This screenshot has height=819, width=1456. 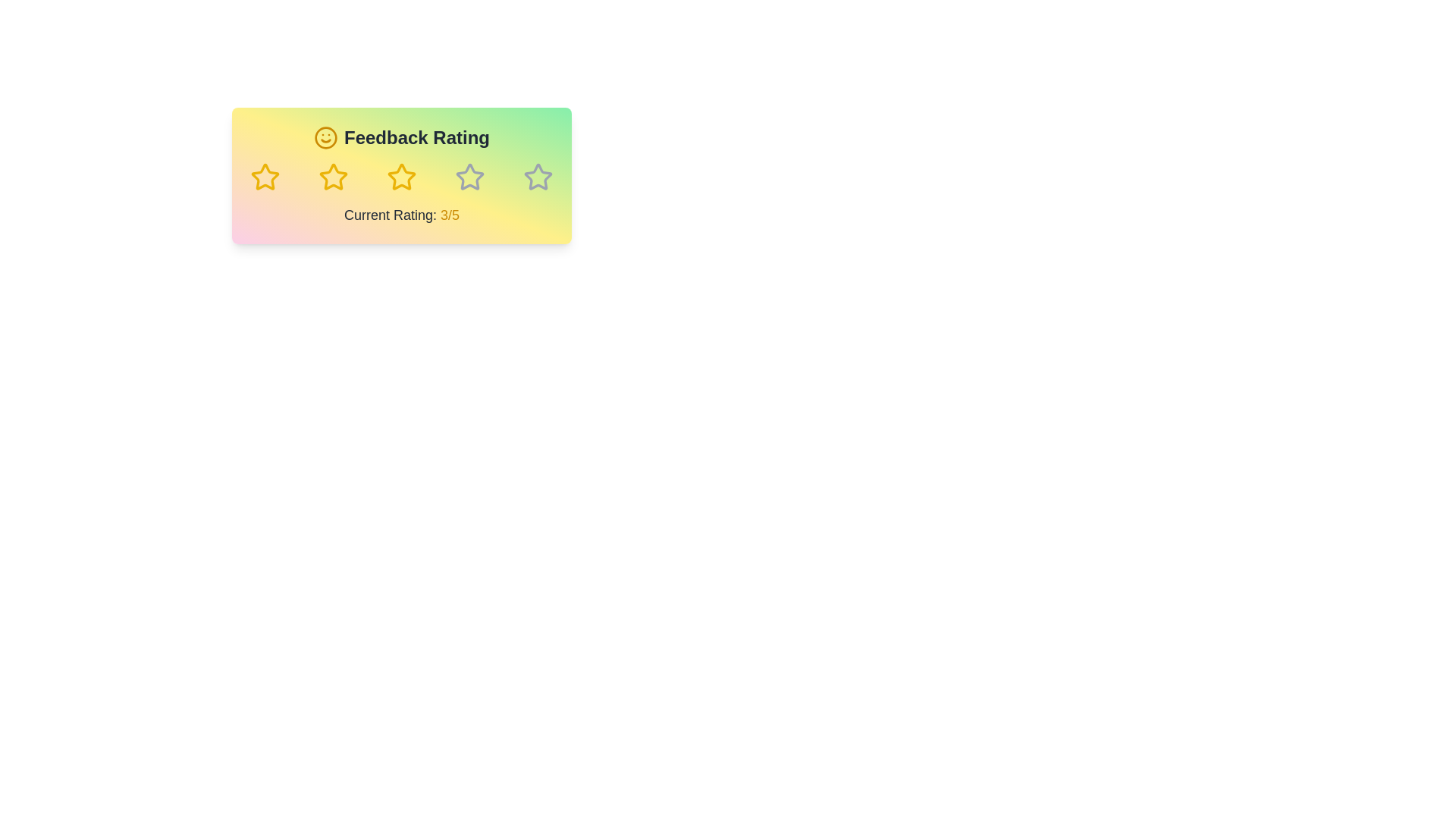 What do you see at coordinates (538, 177) in the screenshot?
I see `the feedback rating to 5 stars by clicking on the corresponding star` at bounding box center [538, 177].